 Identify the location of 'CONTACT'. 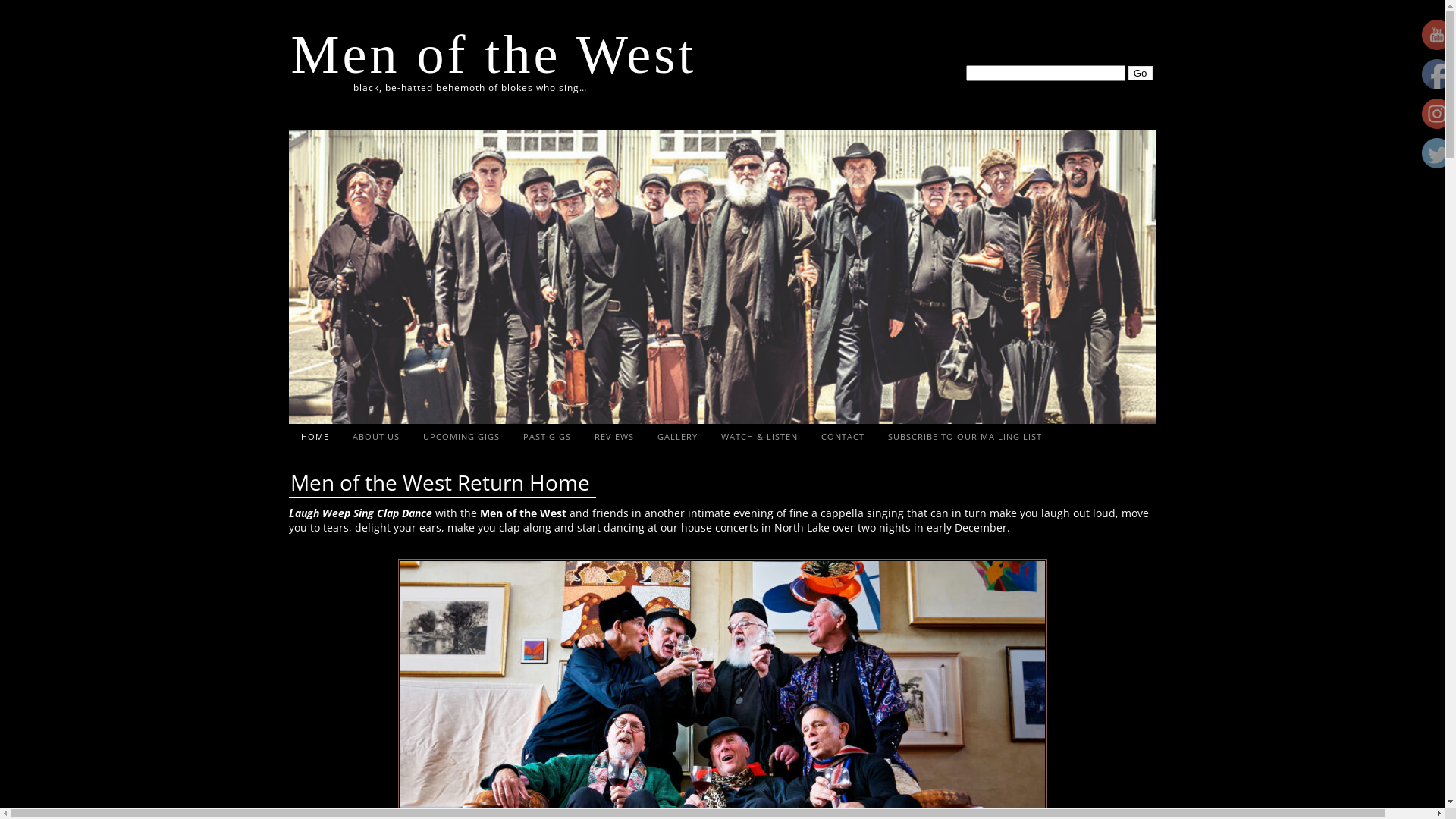
(843, 435).